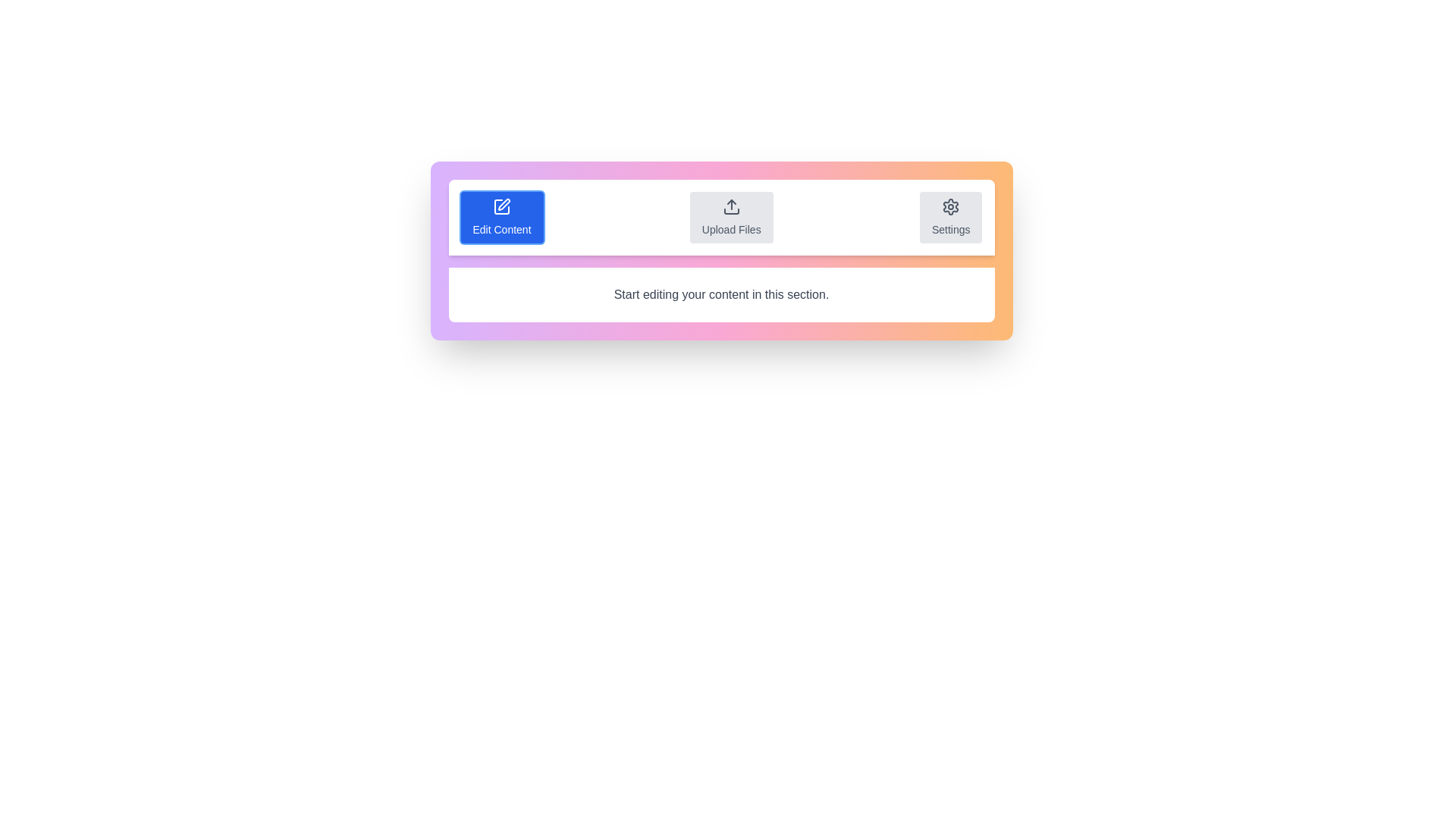  Describe the element at coordinates (949, 207) in the screenshot. I see `the cog-shaped icon button` at that location.